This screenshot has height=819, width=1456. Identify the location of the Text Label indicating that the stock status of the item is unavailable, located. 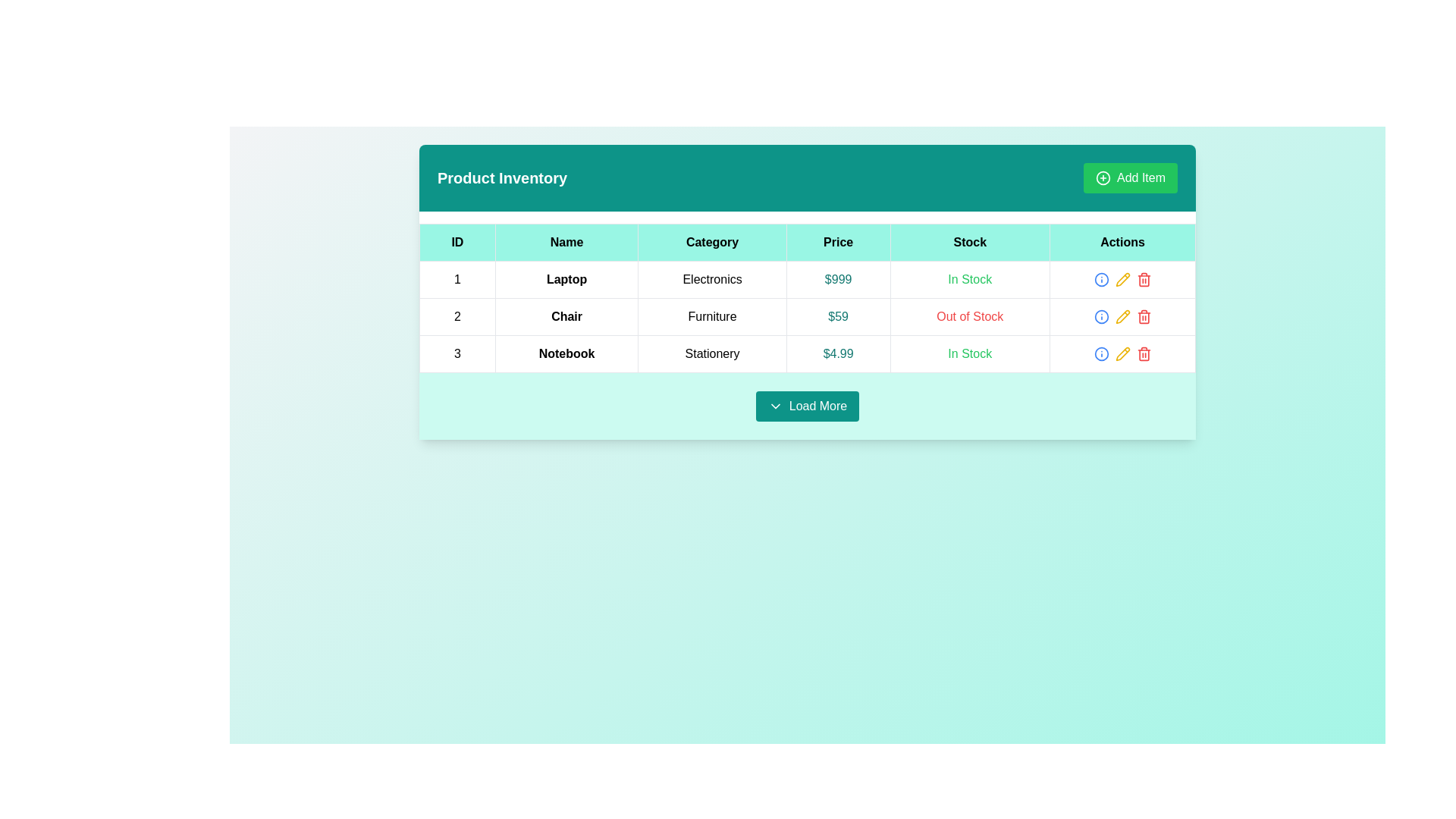
(969, 315).